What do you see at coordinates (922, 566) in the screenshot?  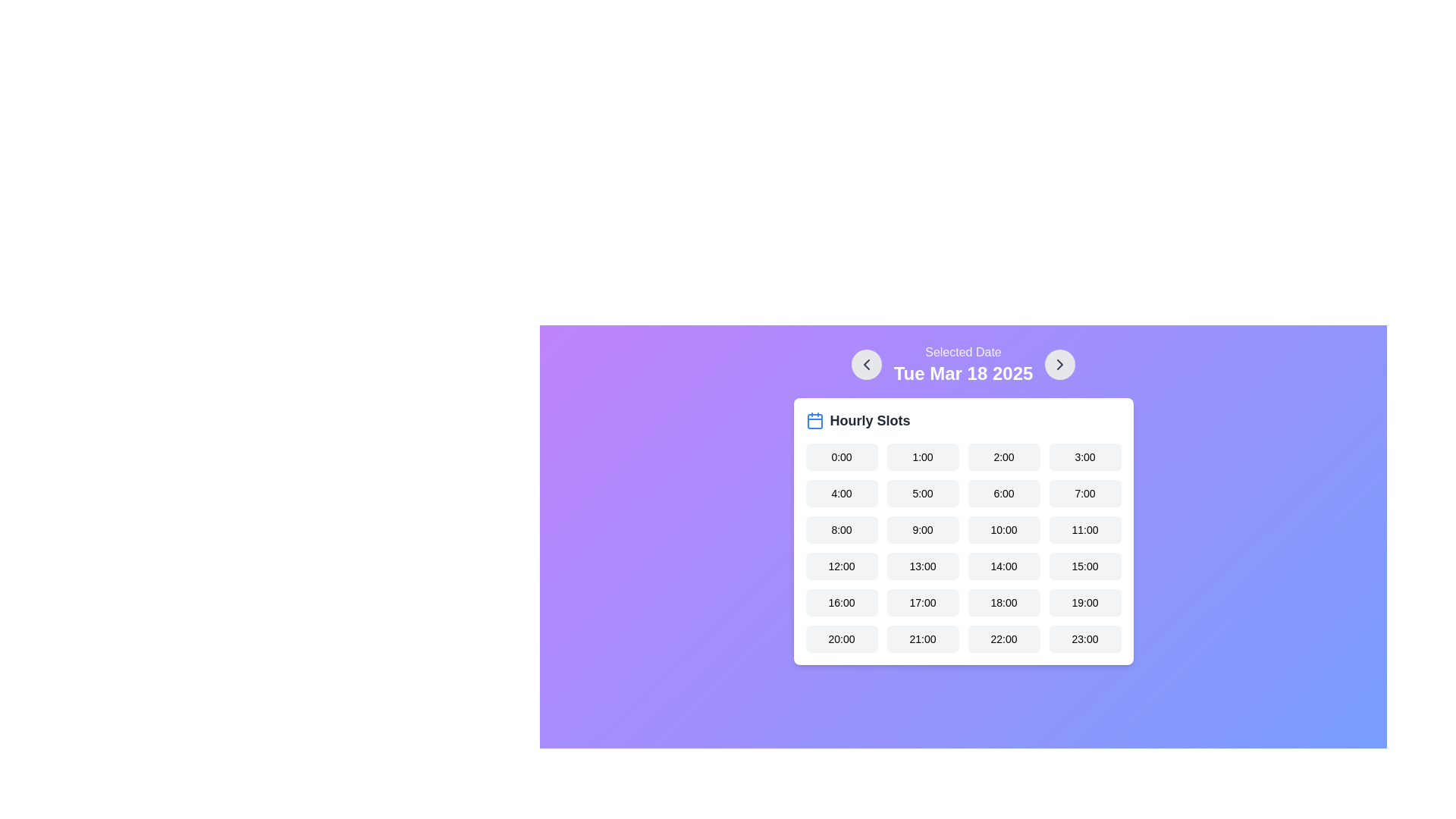 I see `the time slot button representing 13:00 (1:00 PM)` at bounding box center [922, 566].